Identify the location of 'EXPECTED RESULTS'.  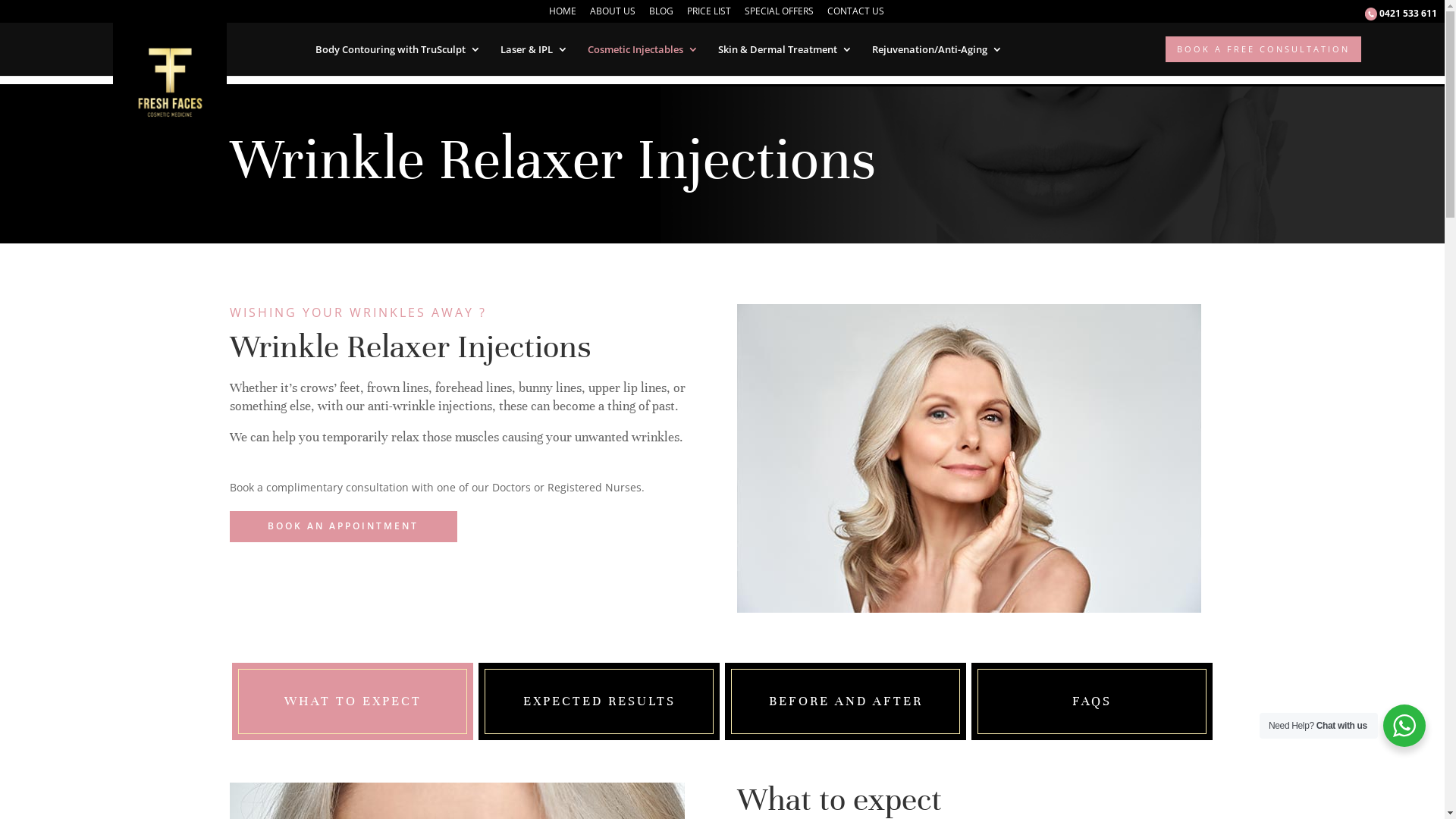
(523, 701).